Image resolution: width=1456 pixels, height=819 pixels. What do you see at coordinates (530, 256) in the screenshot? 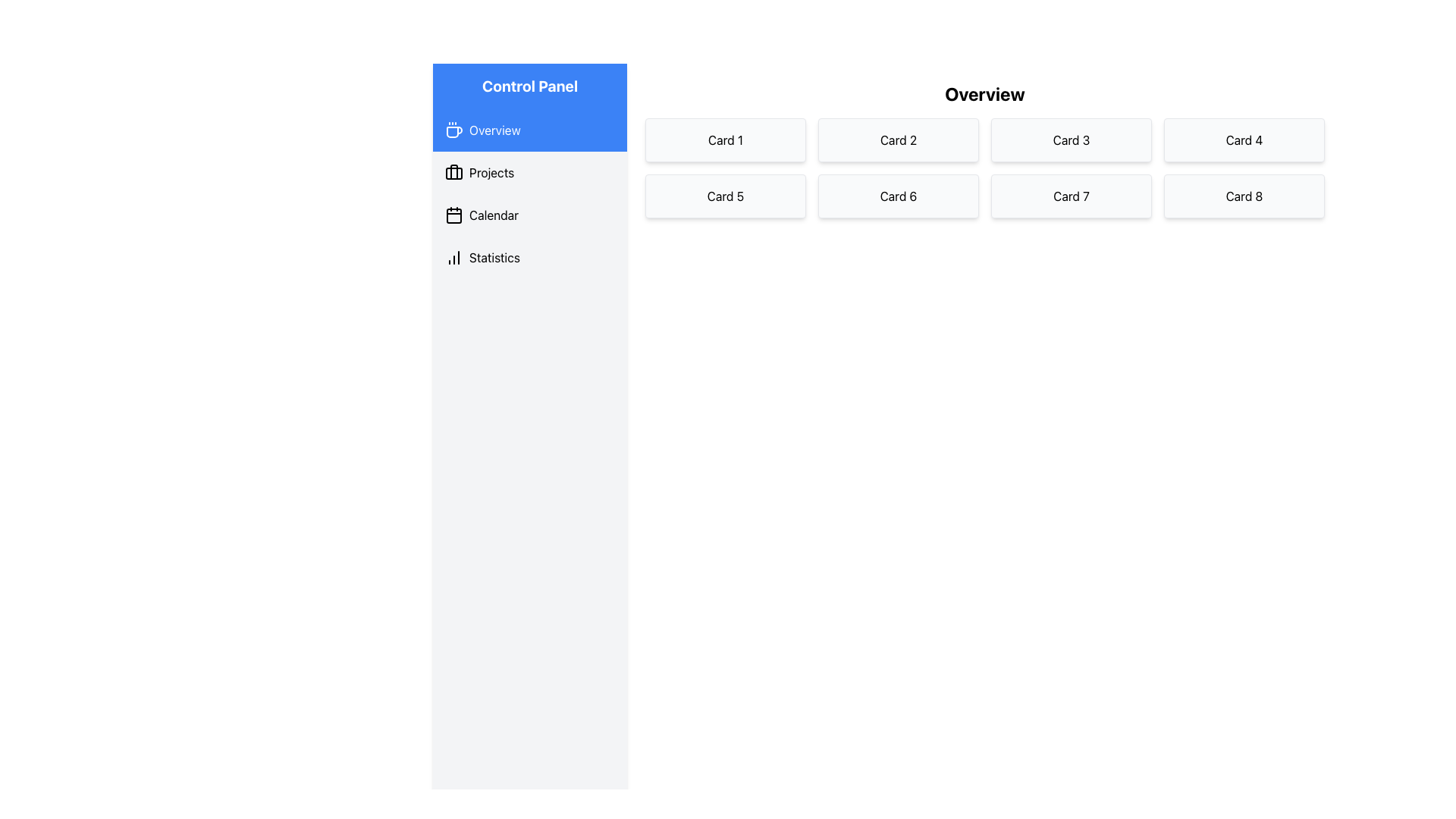
I see `the 'Statistics' navigation button located in the sidebar, which is the fourth button in a vertical list` at bounding box center [530, 256].